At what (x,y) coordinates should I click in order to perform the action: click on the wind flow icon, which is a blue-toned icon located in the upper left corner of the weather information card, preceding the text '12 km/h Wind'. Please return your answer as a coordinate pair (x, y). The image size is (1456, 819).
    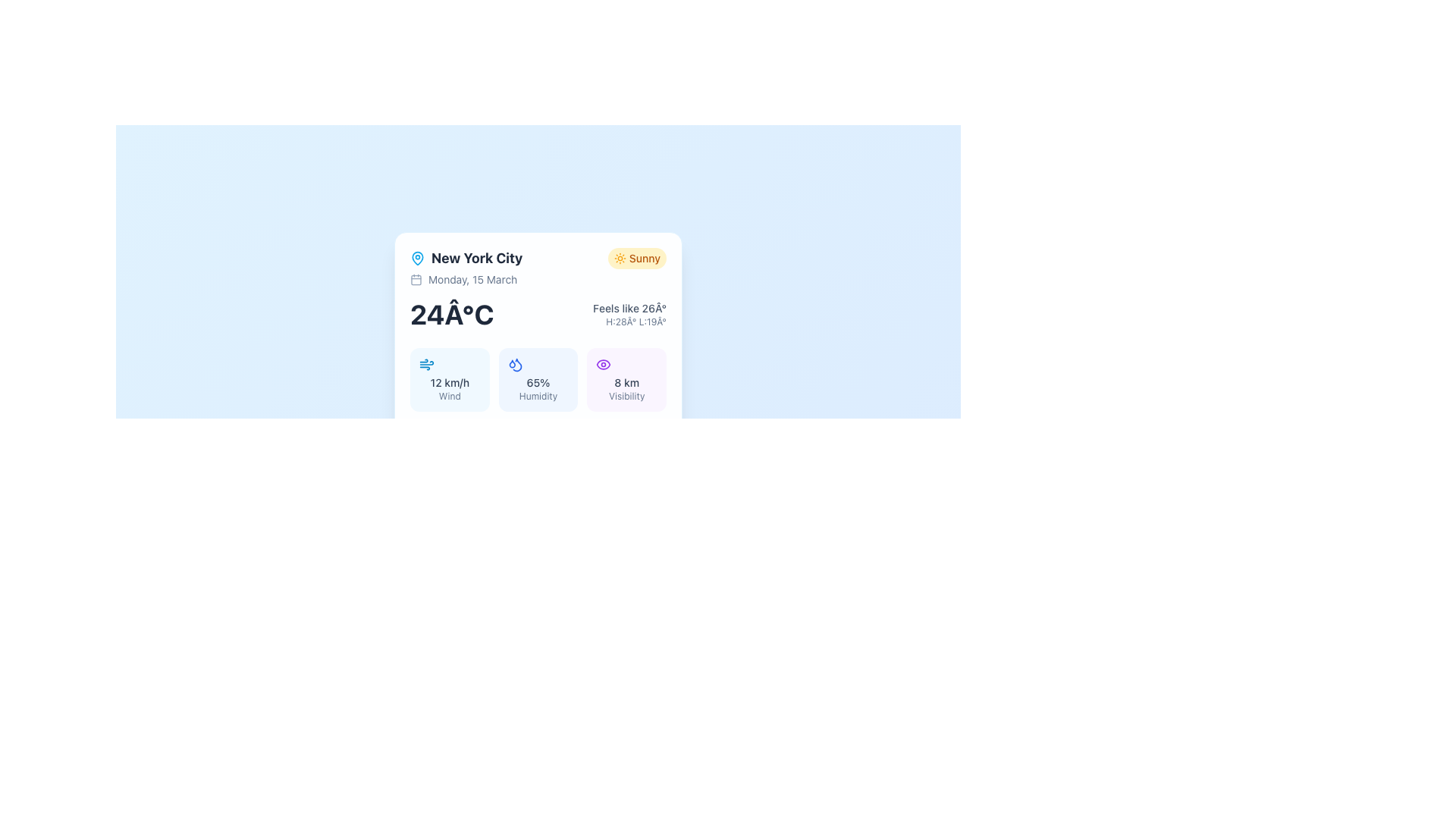
    Looking at the image, I should click on (425, 365).